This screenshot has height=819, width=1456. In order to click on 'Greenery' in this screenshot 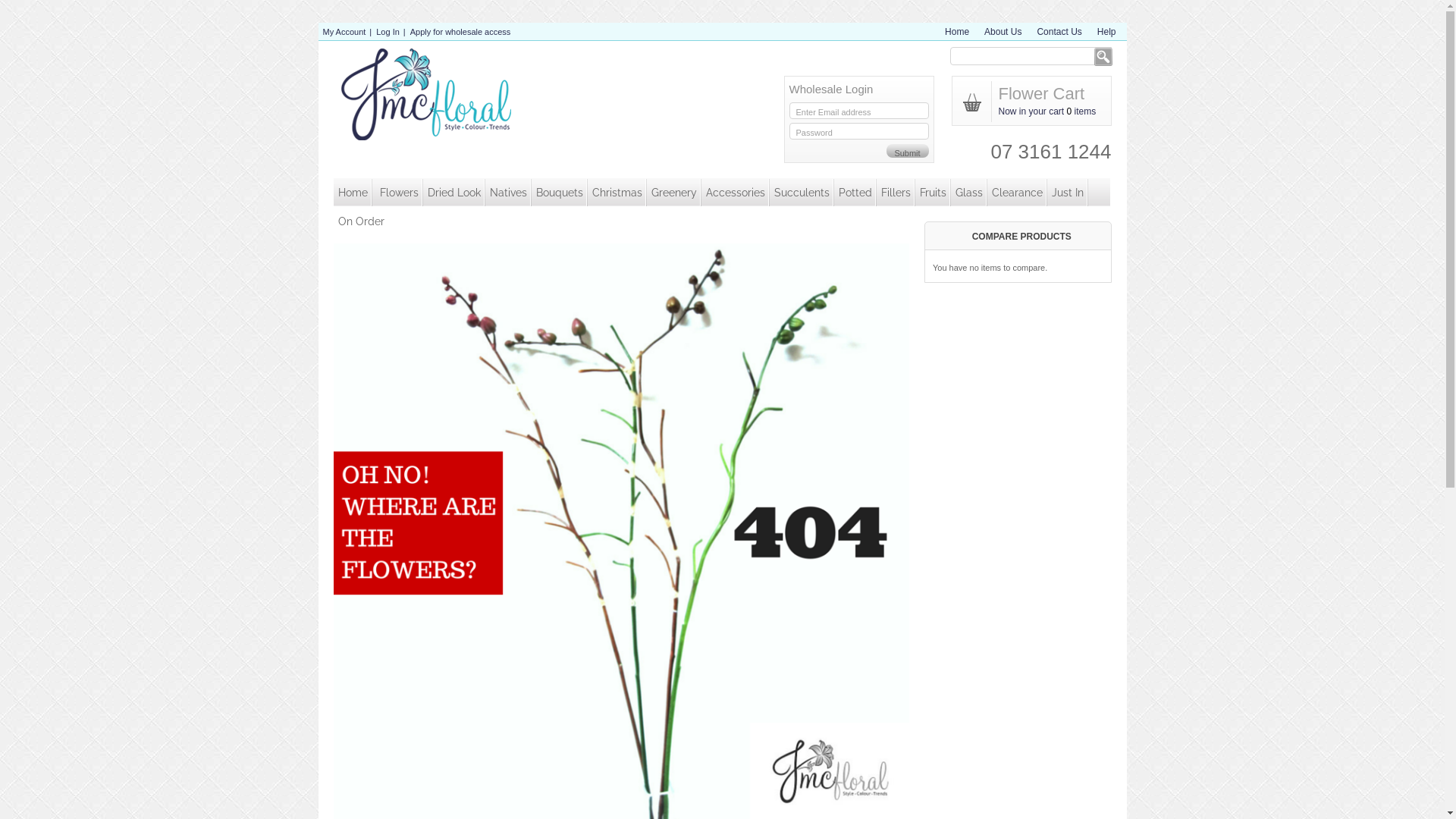, I will do `click(673, 192)`.